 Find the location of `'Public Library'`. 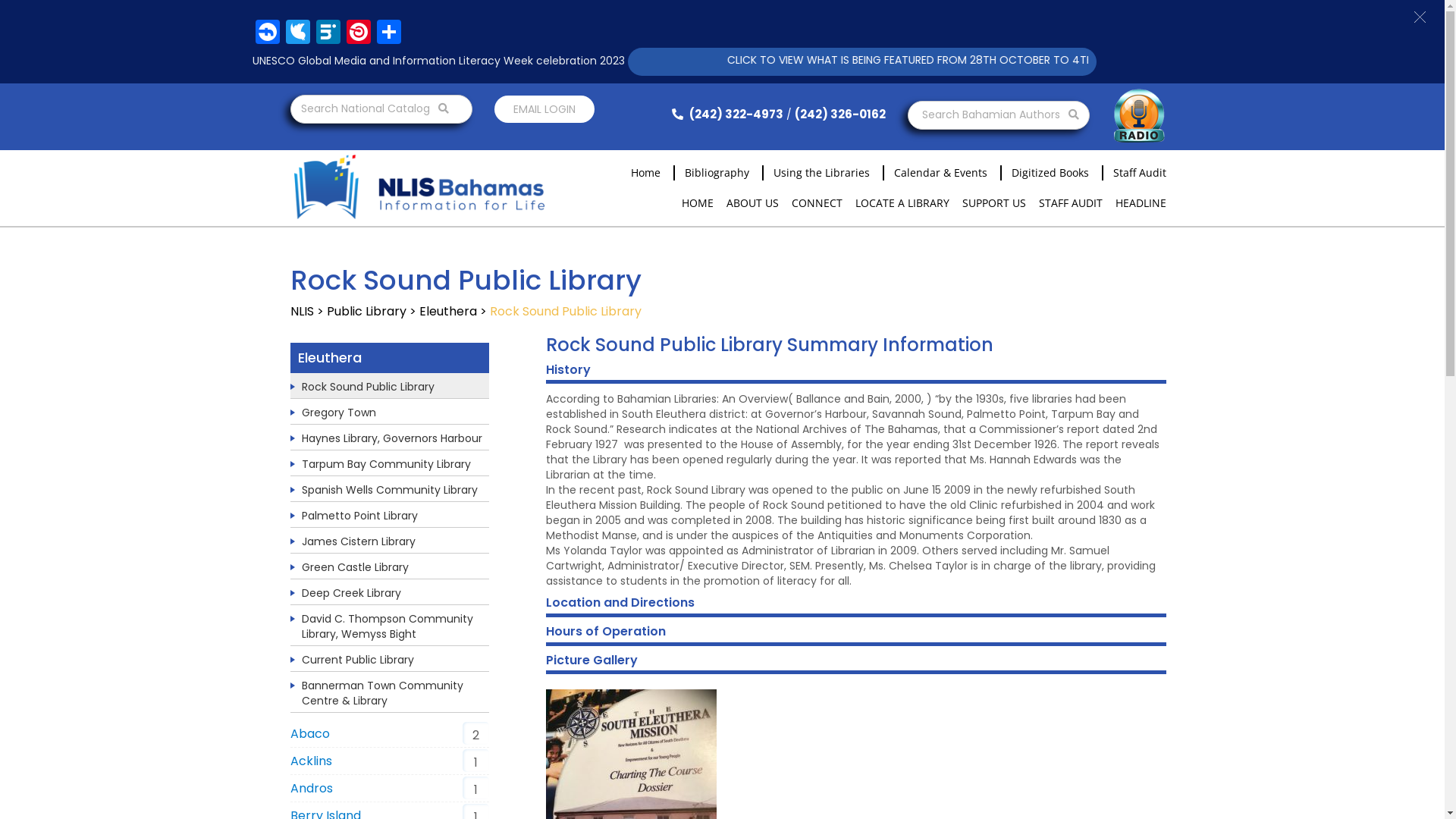

'Public Library' is located at coordinates (366, 310).